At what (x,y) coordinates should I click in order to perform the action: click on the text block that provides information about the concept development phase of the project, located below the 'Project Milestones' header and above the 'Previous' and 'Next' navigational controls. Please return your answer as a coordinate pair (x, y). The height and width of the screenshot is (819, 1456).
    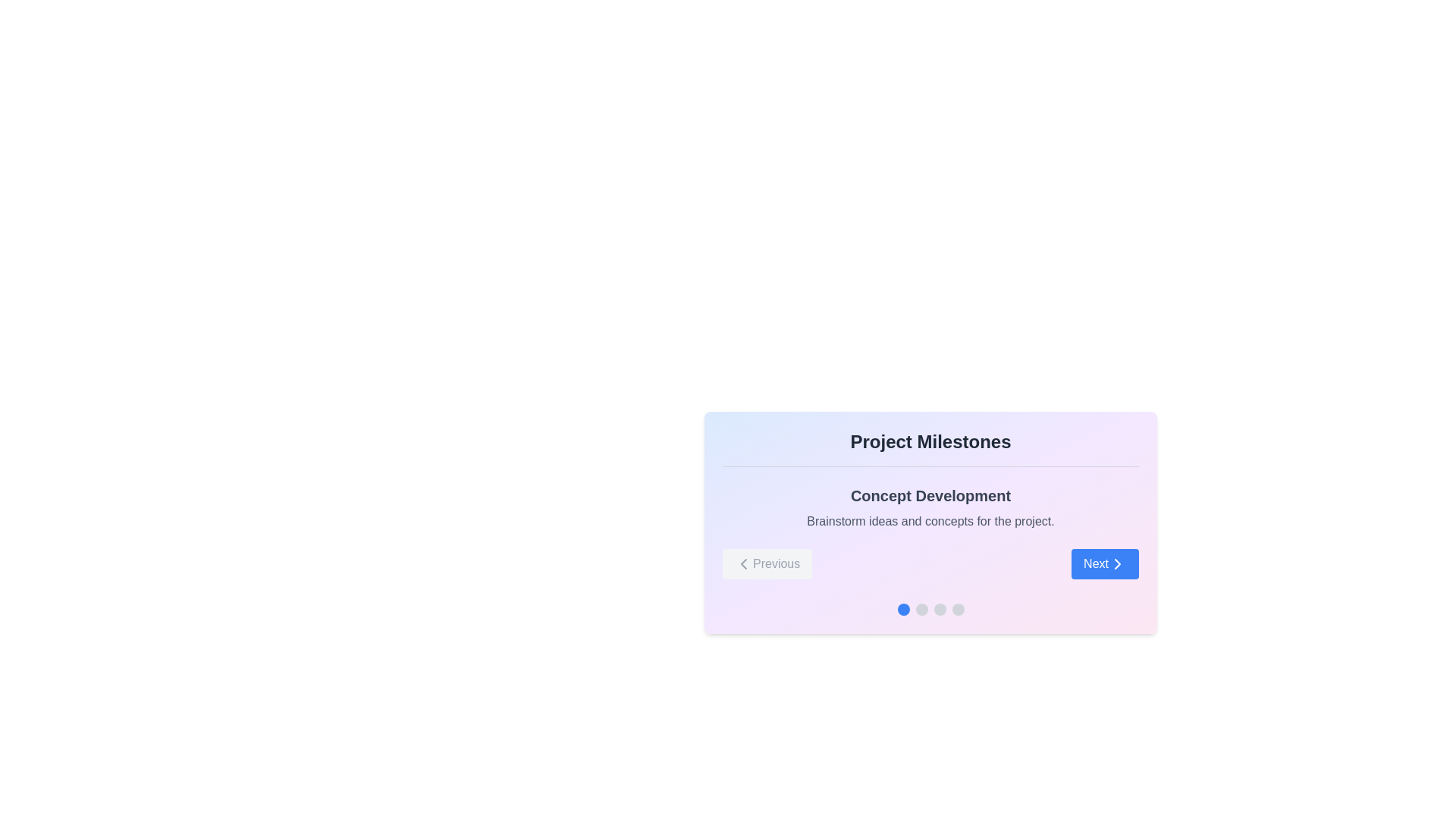
    Looking at the image, I should click on (930, 508).